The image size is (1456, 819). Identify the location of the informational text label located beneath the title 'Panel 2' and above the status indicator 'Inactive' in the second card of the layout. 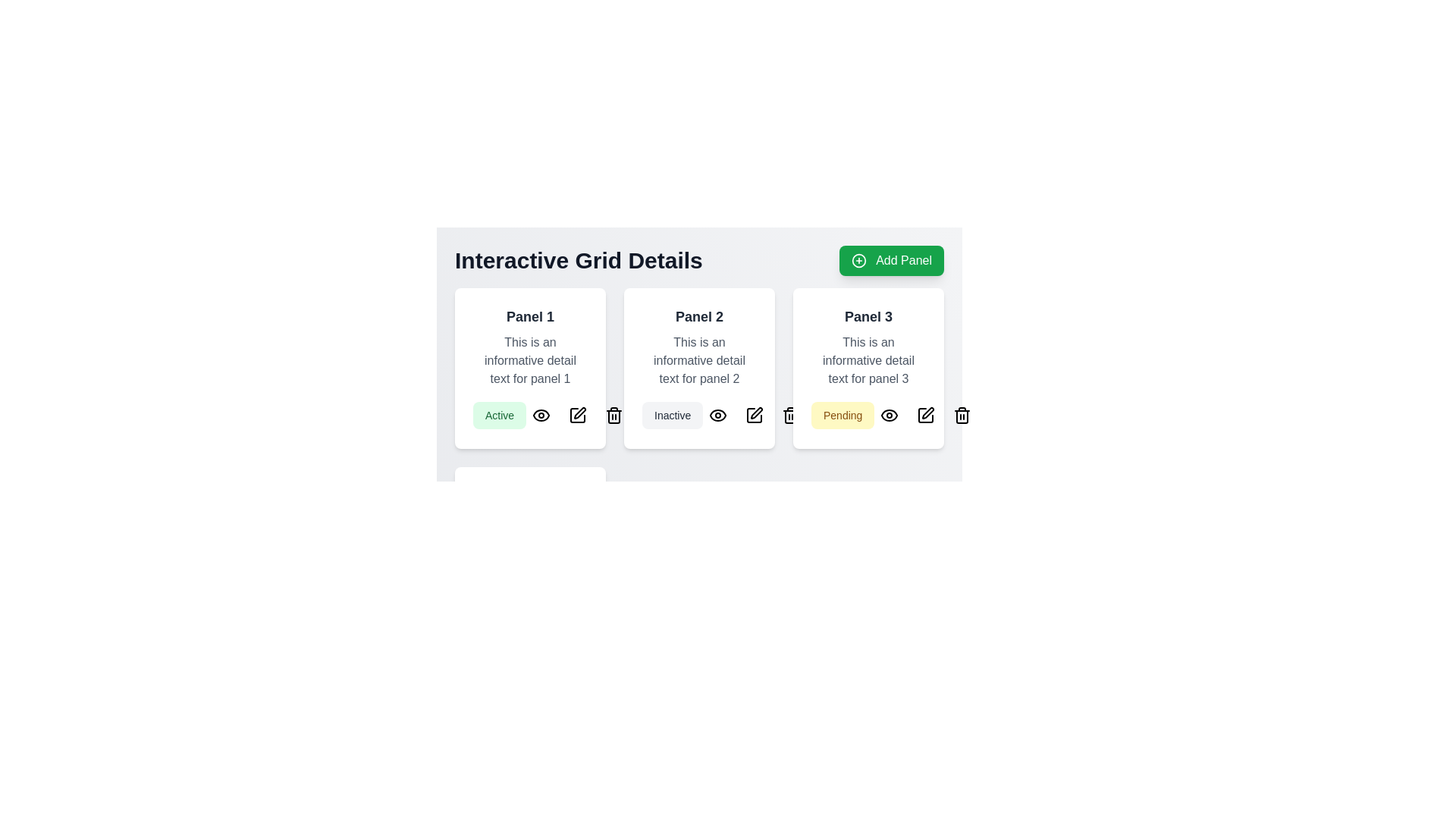
(698, 360).